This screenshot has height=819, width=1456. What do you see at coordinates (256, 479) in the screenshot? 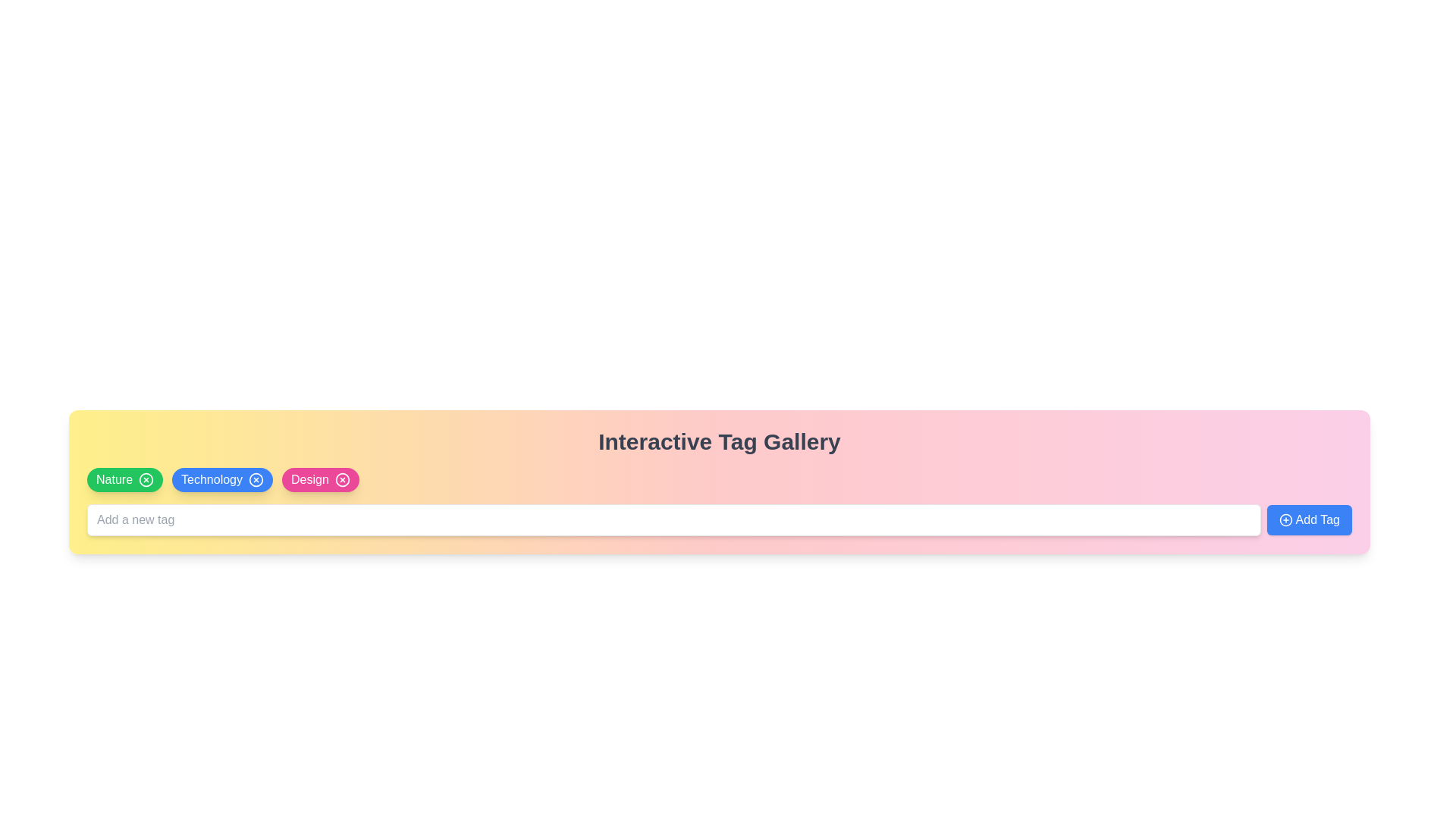
I see `the close icon button located at the rightmost position of the 'Technology' tag bubble` at bounding box center [256, 479].